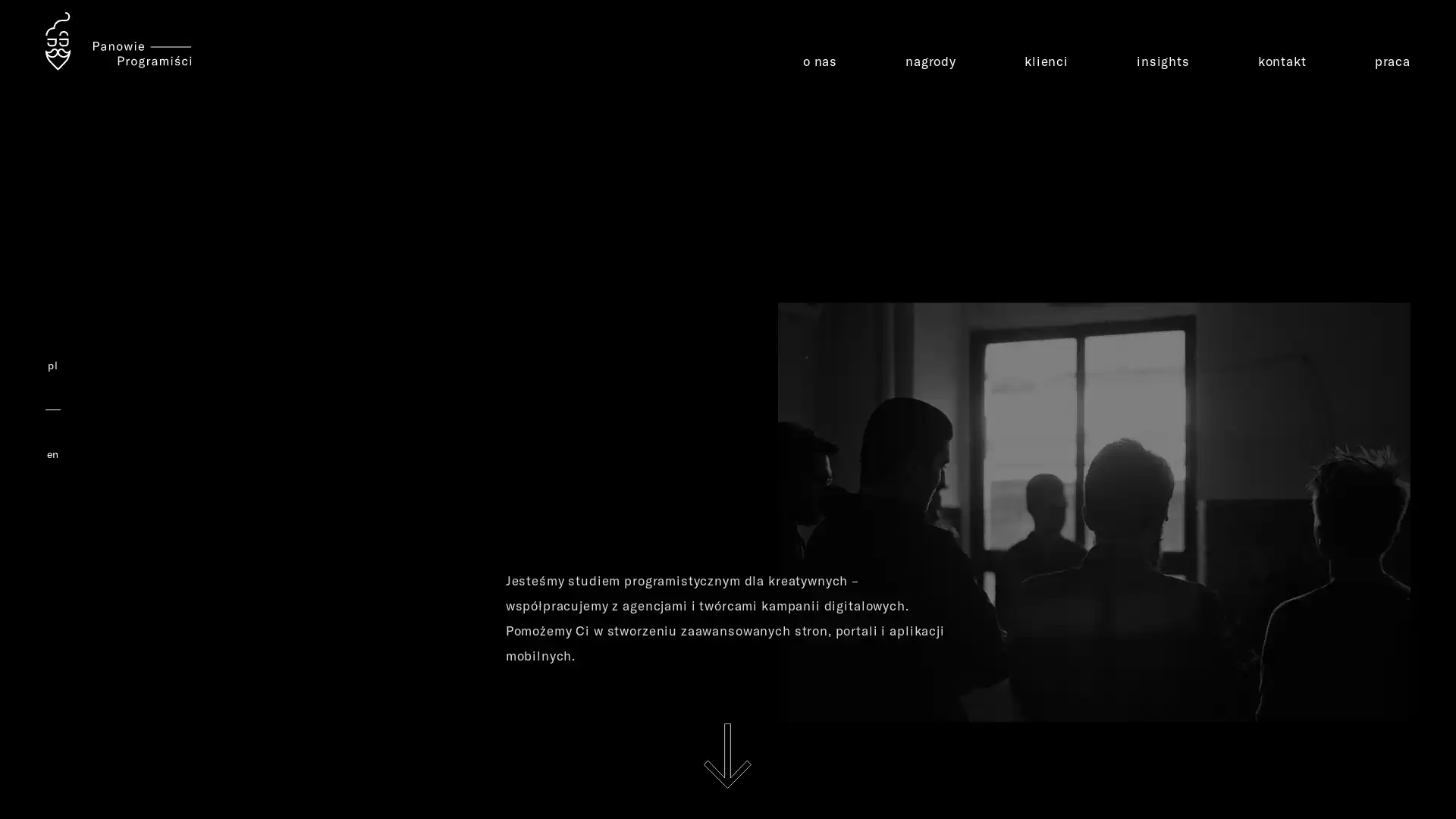 This screenshot has width=1456, height=819. What do you see at coordinates (726, 755) in the screenshot?
I see `Przeskroluj` at bounding box center [726, 755].